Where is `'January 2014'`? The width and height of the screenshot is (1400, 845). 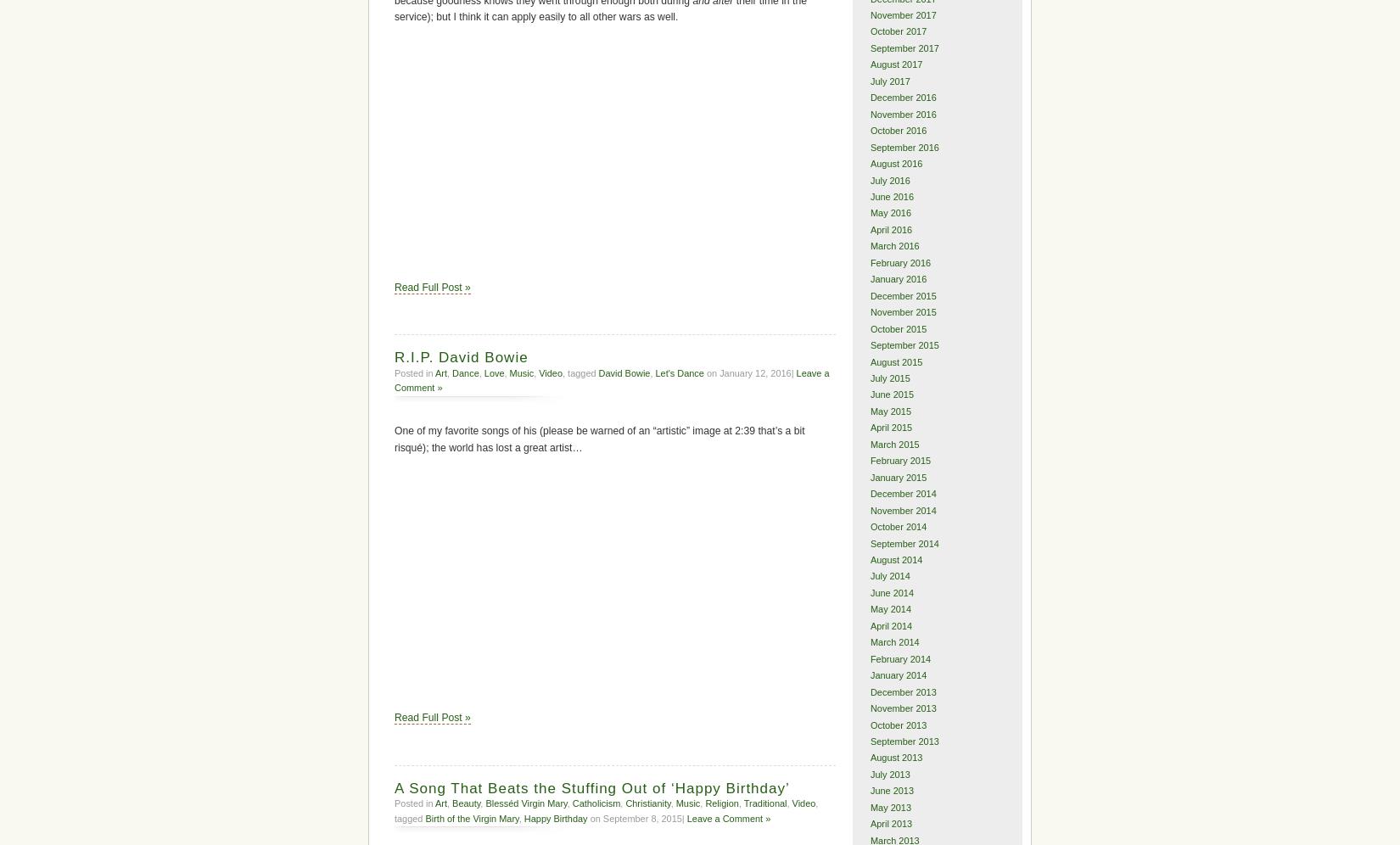 'January 2014' is located at coordinates (869, 674).